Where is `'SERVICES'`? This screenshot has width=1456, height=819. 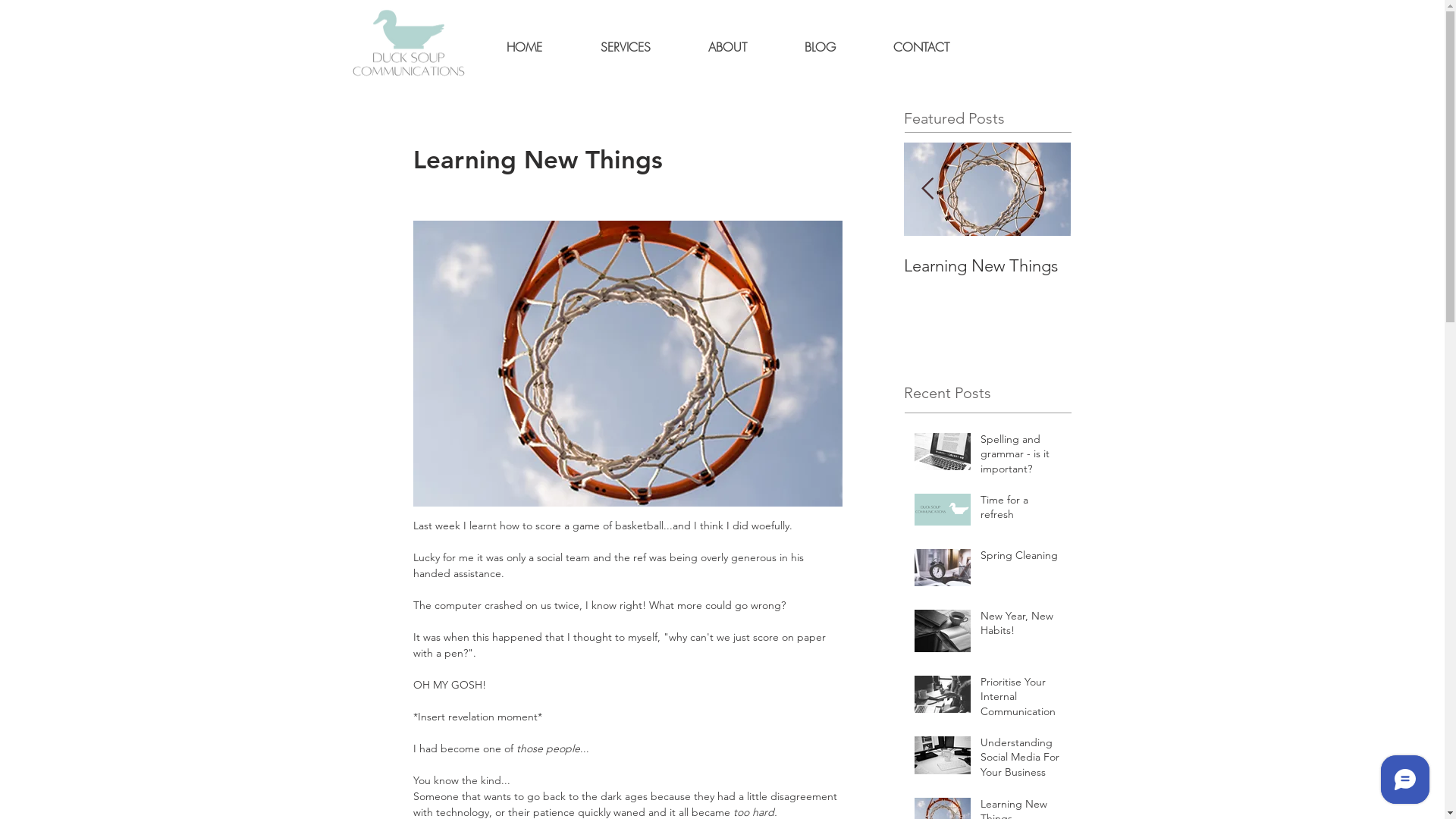 'SERVICES' is located at coordinates (626, 46).